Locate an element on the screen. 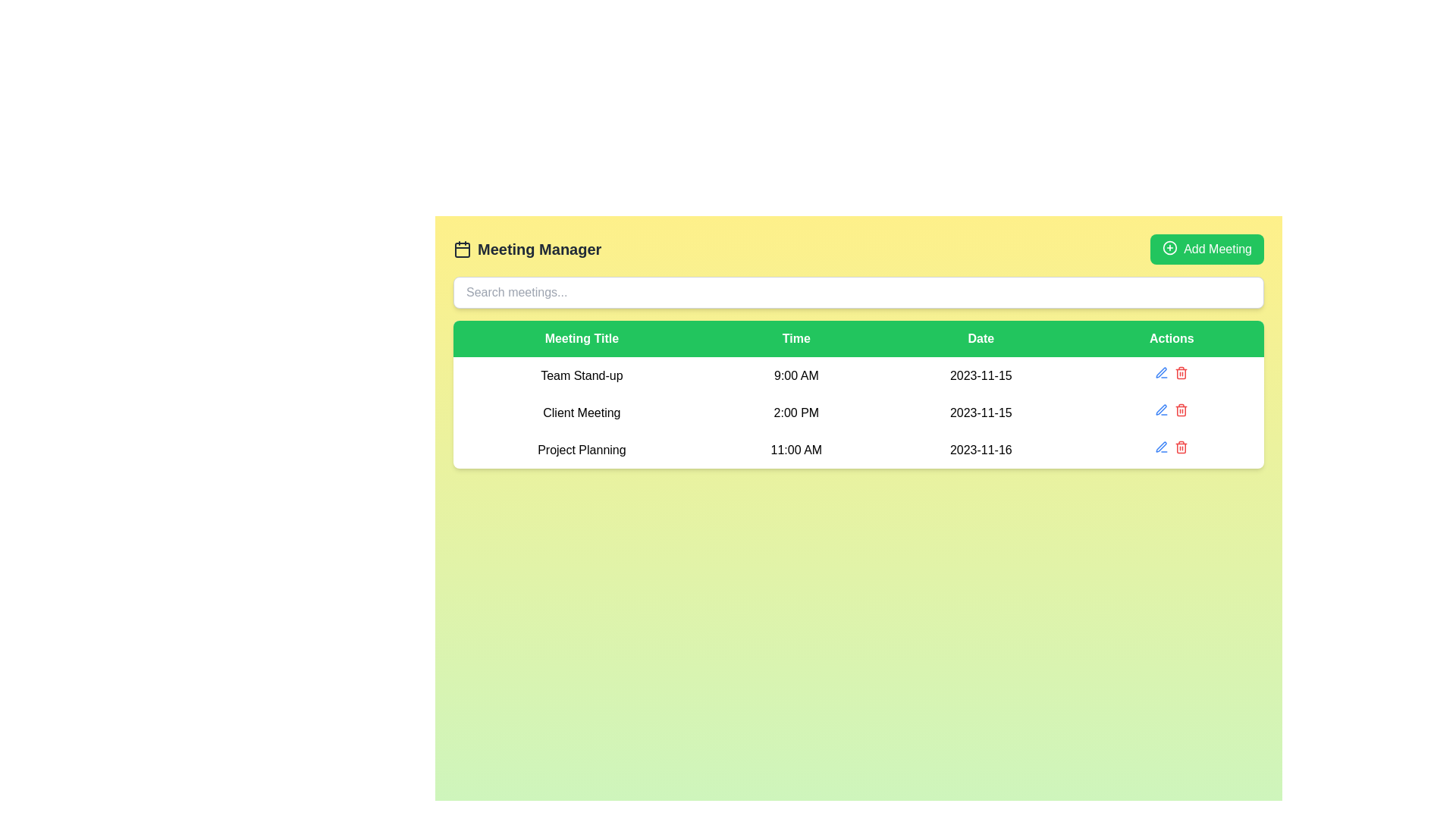  the header title 'Time' in the table is located at coordinates (795, 338).